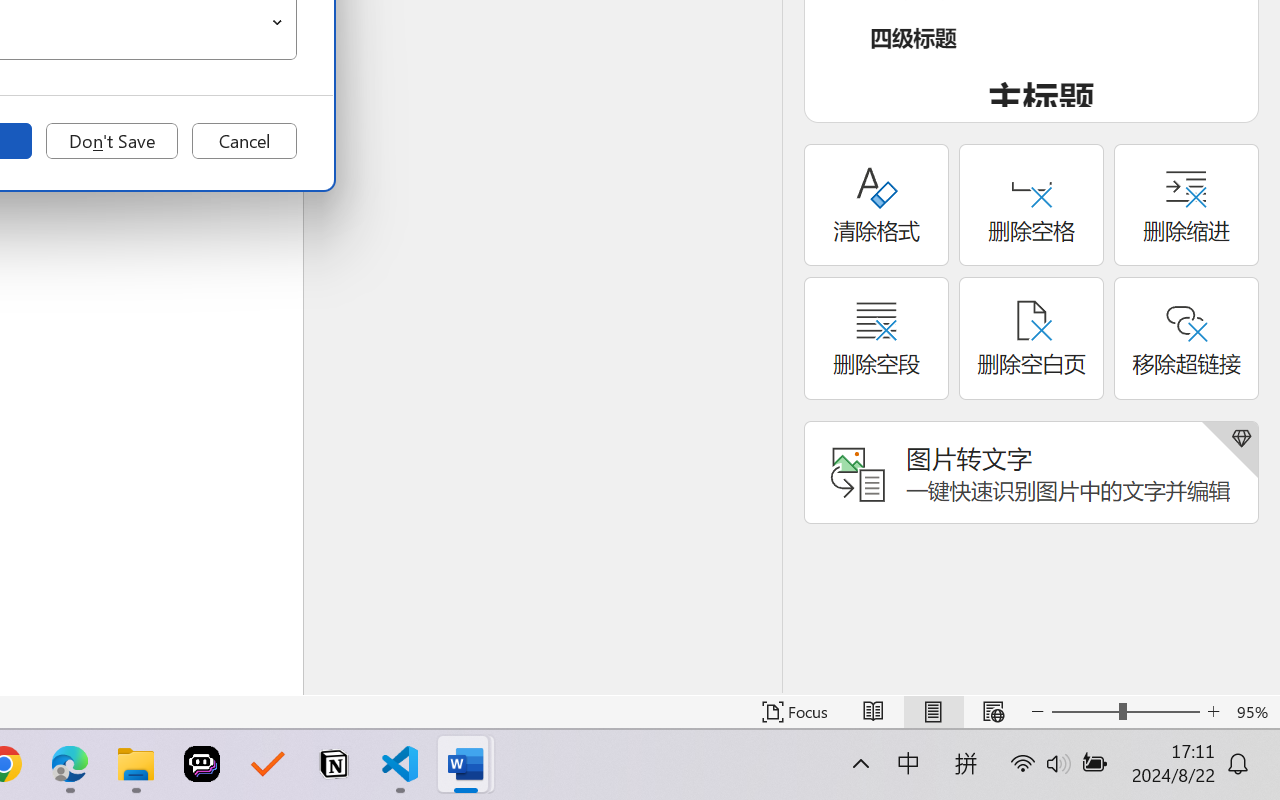 This screenshot has width=1280, height=800. Describe the element at coordinates (111, 141) in the screenshot. I see `'Don'` at that location.